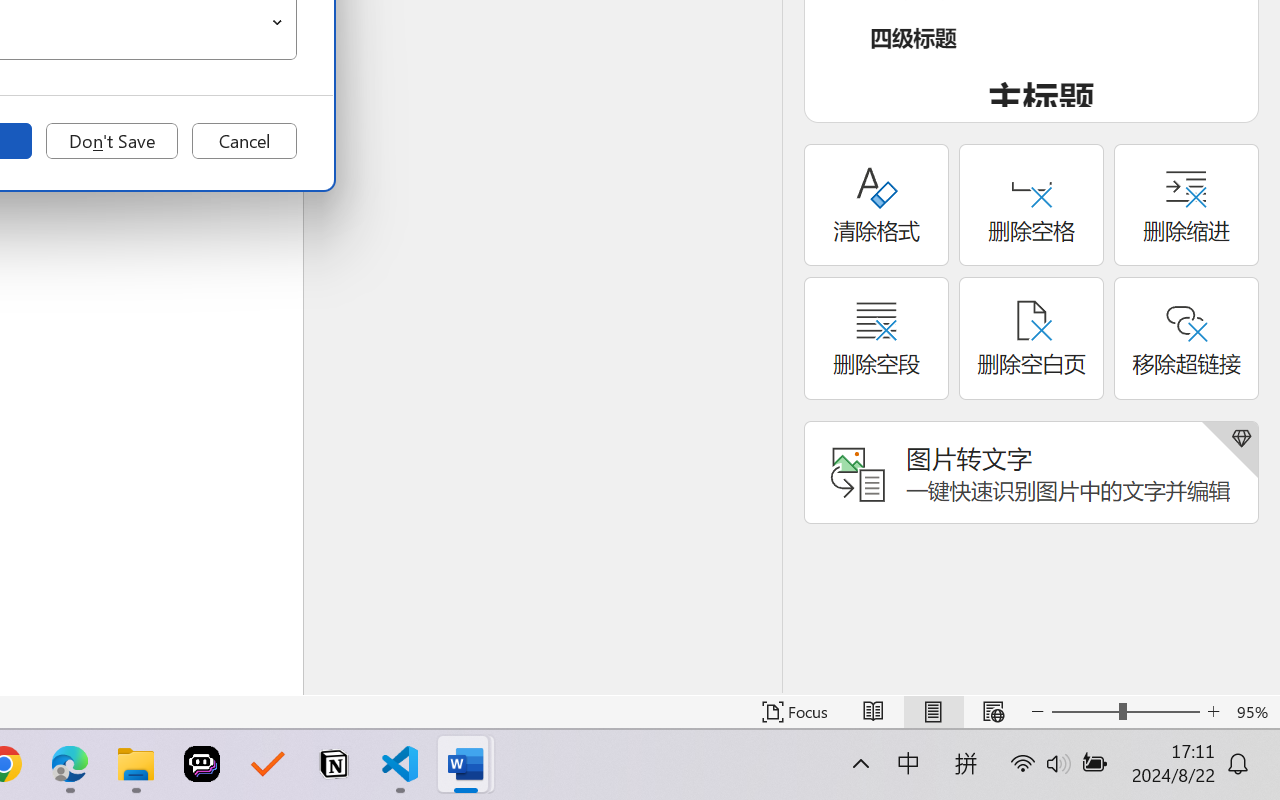 This screenshot has width=1280, height=800. Describe the element at coordinates (111, 141) in the screenshot. I see `'Don'` at that location.